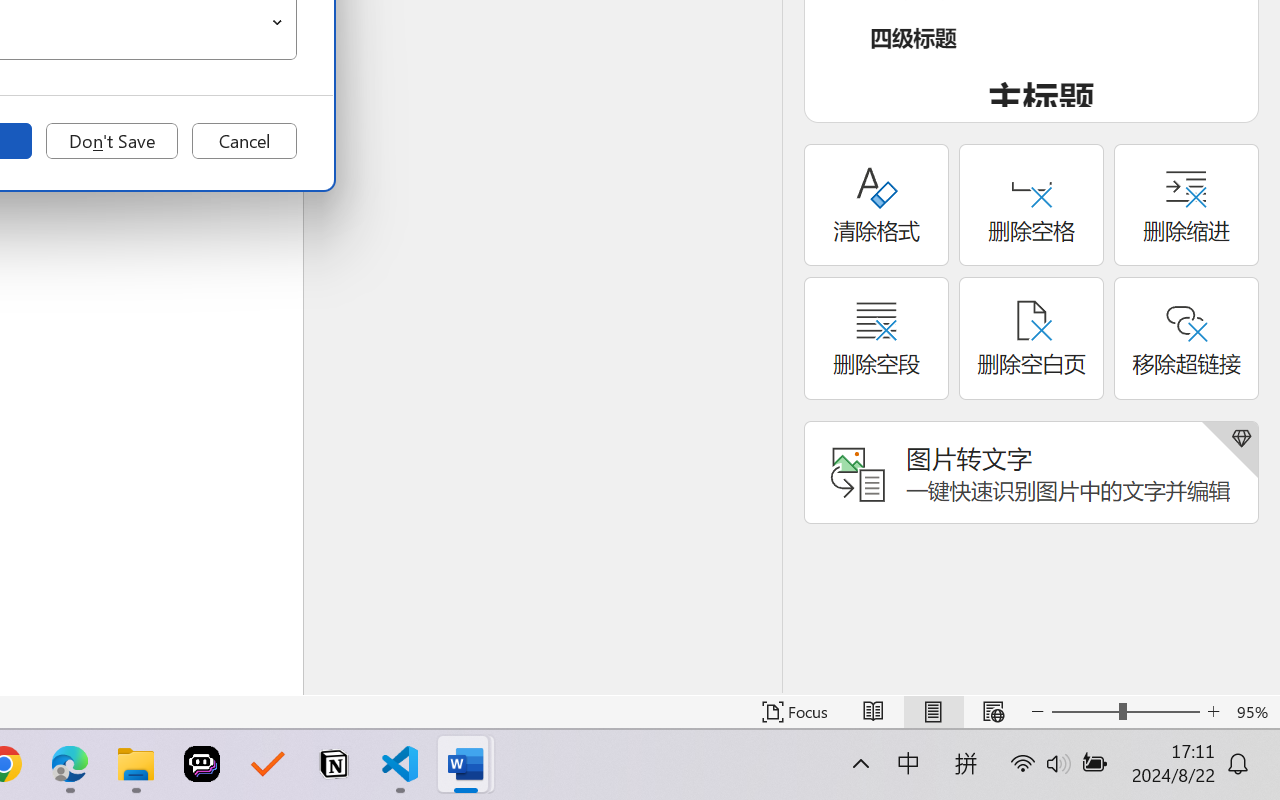 This screenshot has width=1280, height=800. Describe the element at coordinates (111, 141) in the screenshot. I see `'Don'` at that location.